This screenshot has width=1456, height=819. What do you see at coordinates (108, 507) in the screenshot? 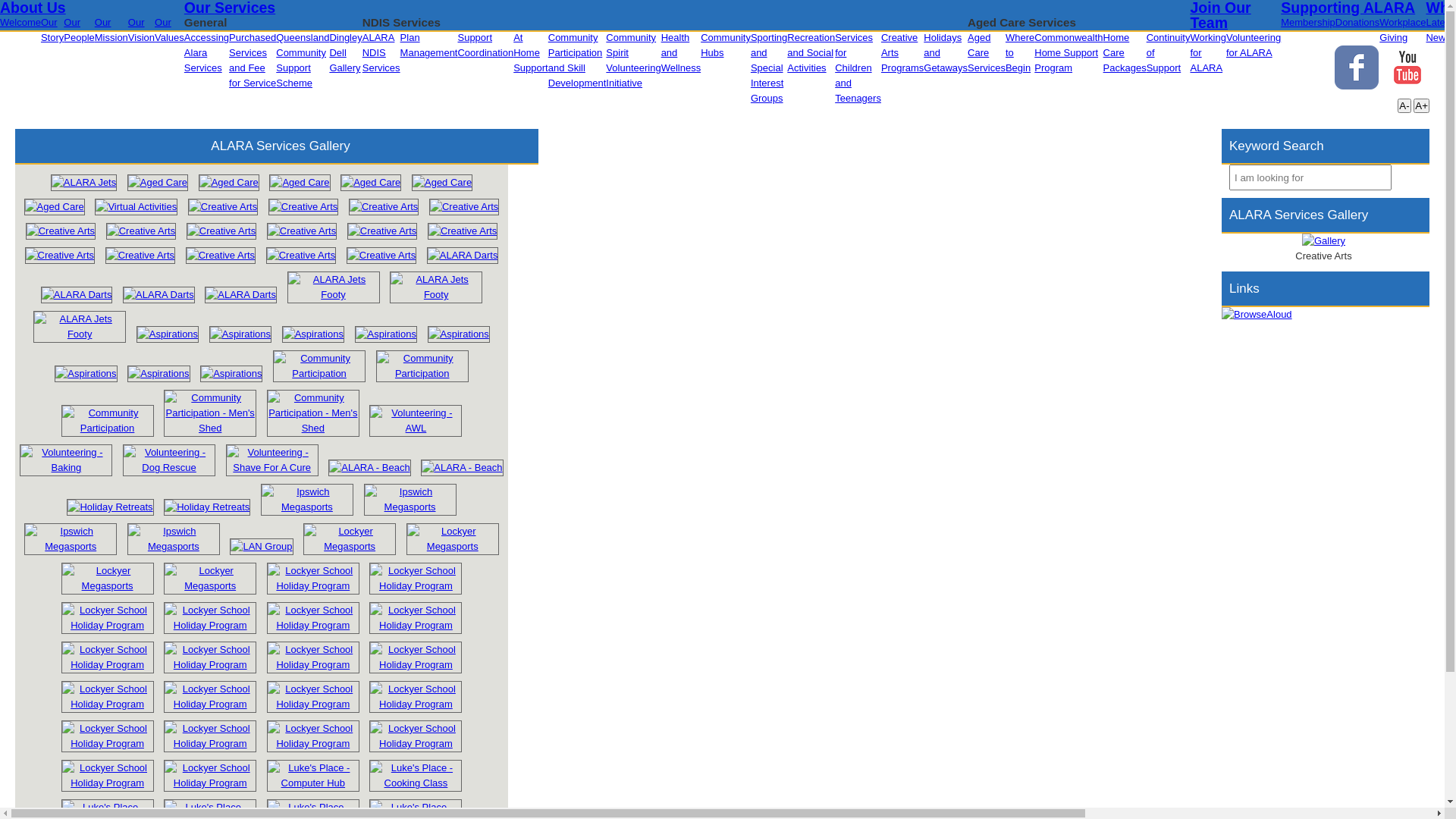
I see `'Holiday Retreats'` at bounding box center [108, 507].